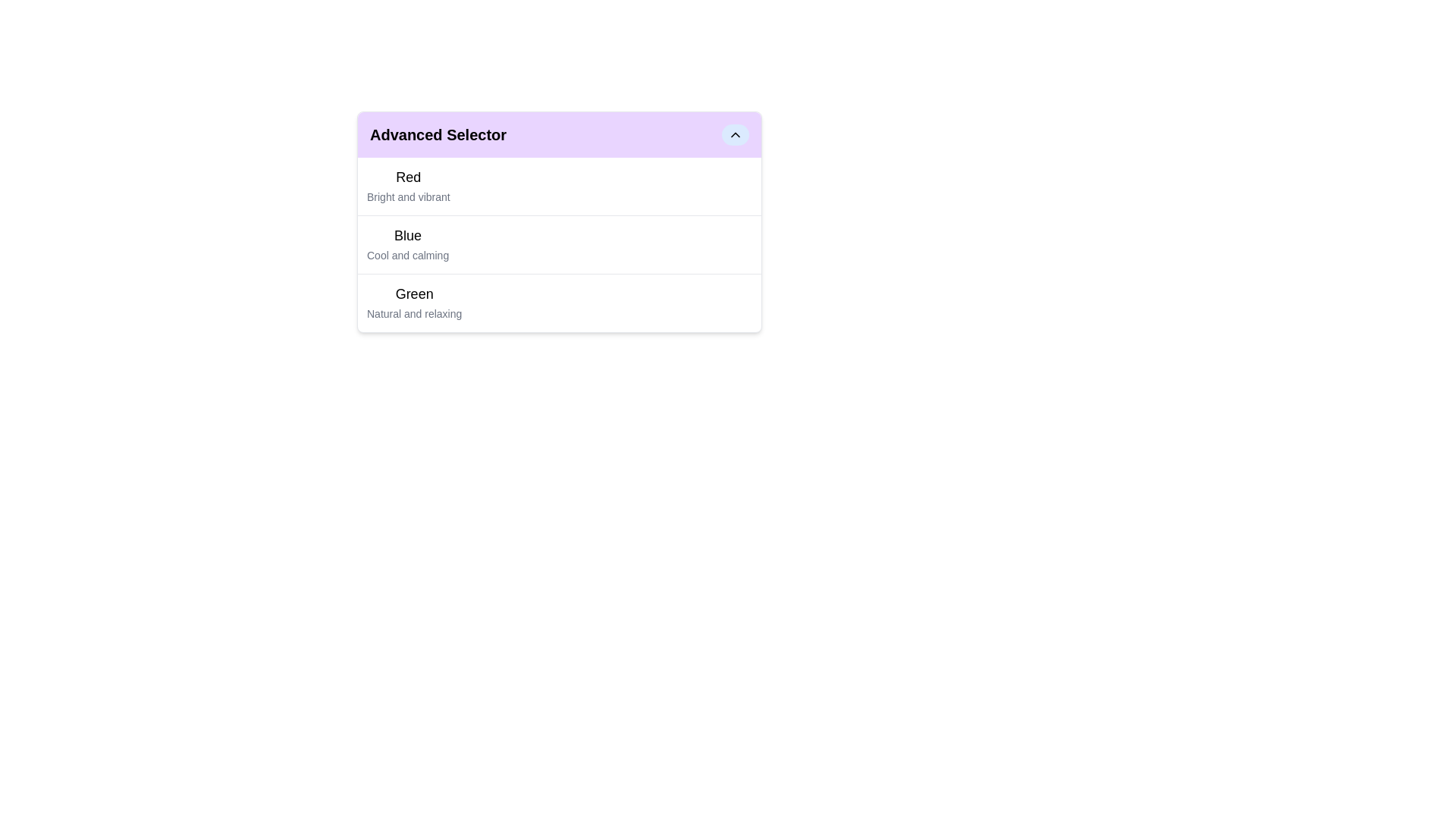  Describe the element at coordinates (408, 236) in the screenshot. I see `the 'Blue' text label in the second row of the 'Advanced Selector' dropdown` at that location.